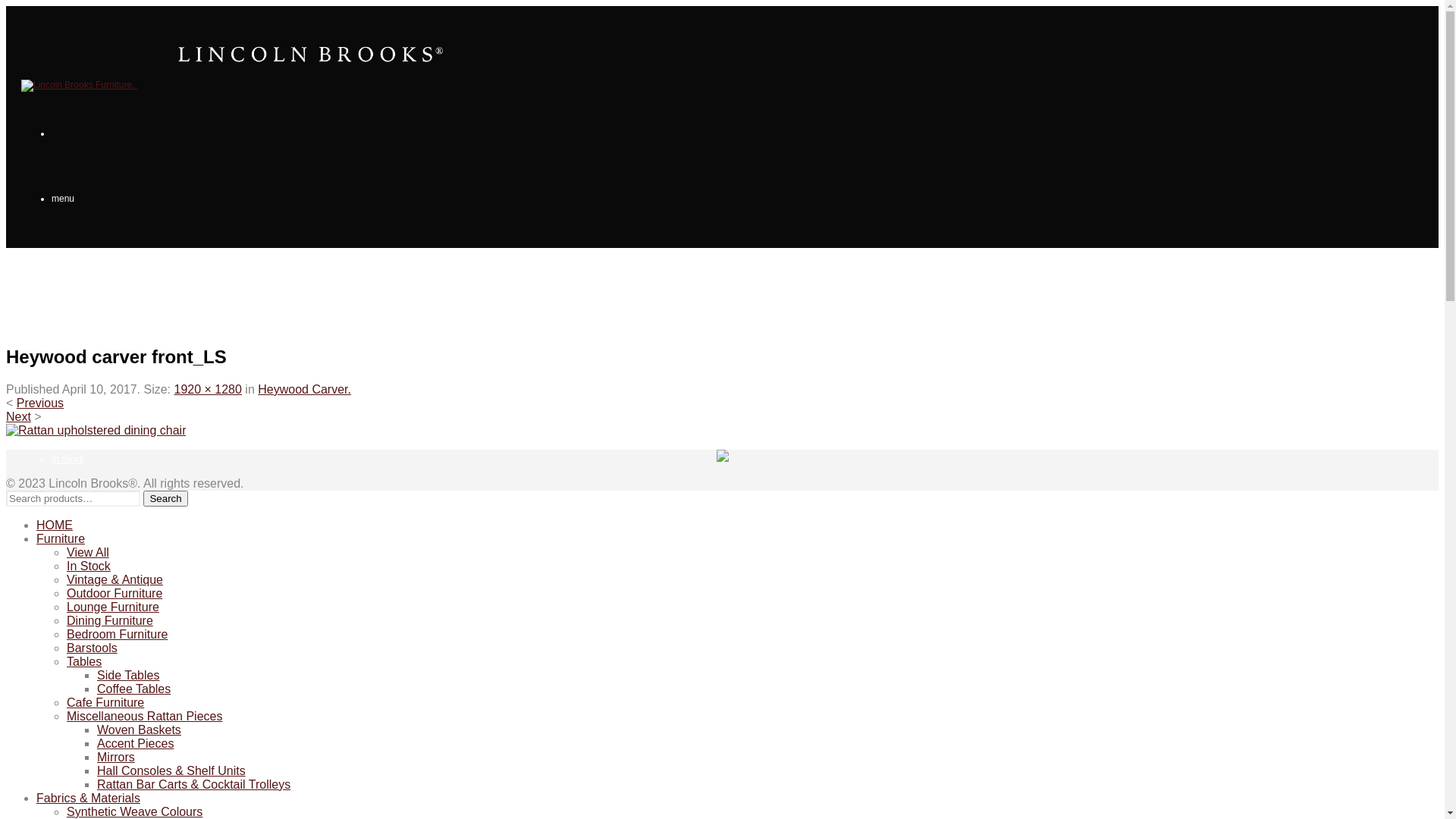 The image size is (1456, 819). Describe the element at coordinates (134, 811) in the screenshot. I see `'Synthetic Weave Colours'` at that location.